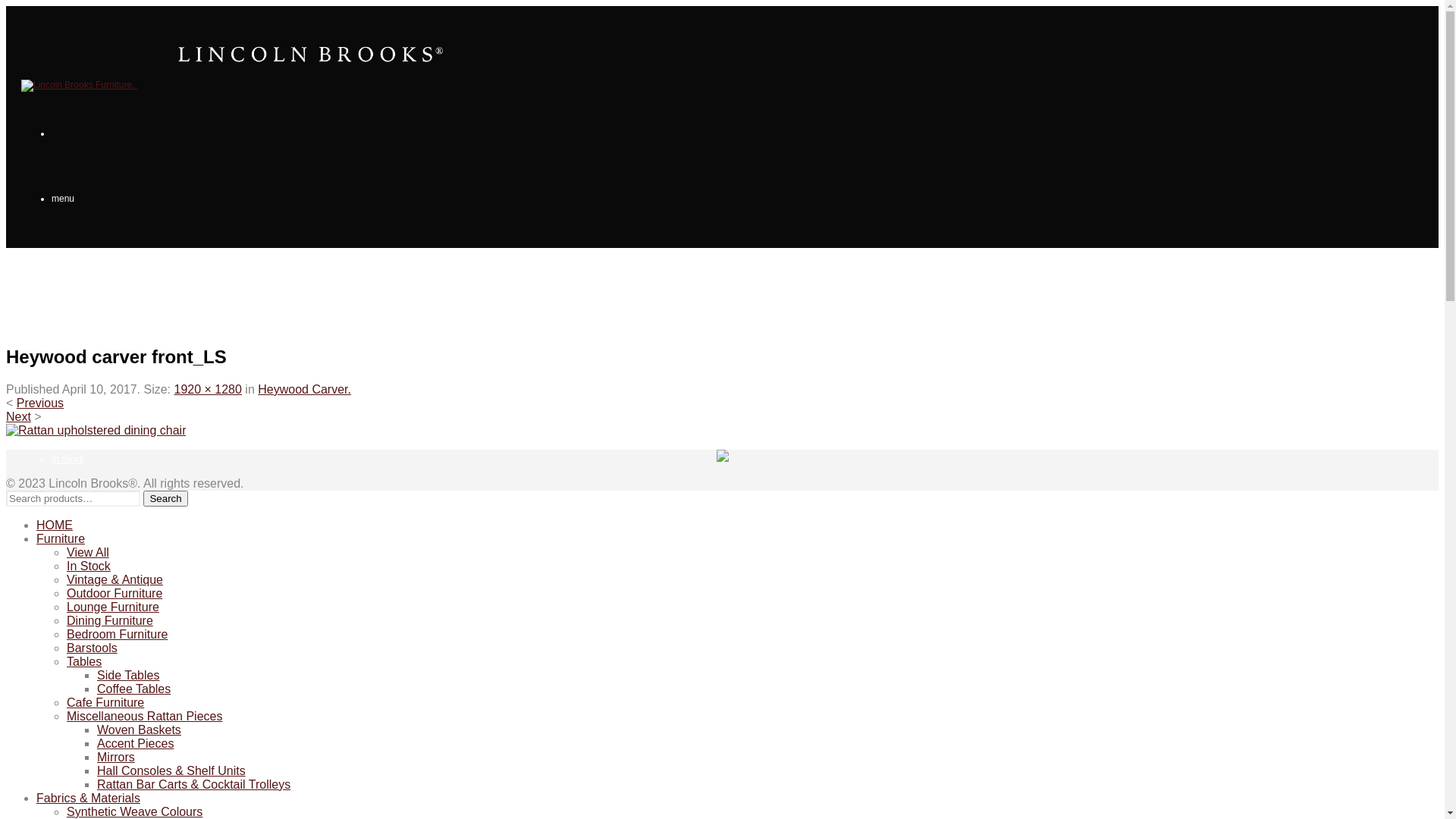 The image size is (1456, 819). Describe the element at coordinates (134, 811) in the screenshot. I see `'Synthetic Weave Colours'` at that location.